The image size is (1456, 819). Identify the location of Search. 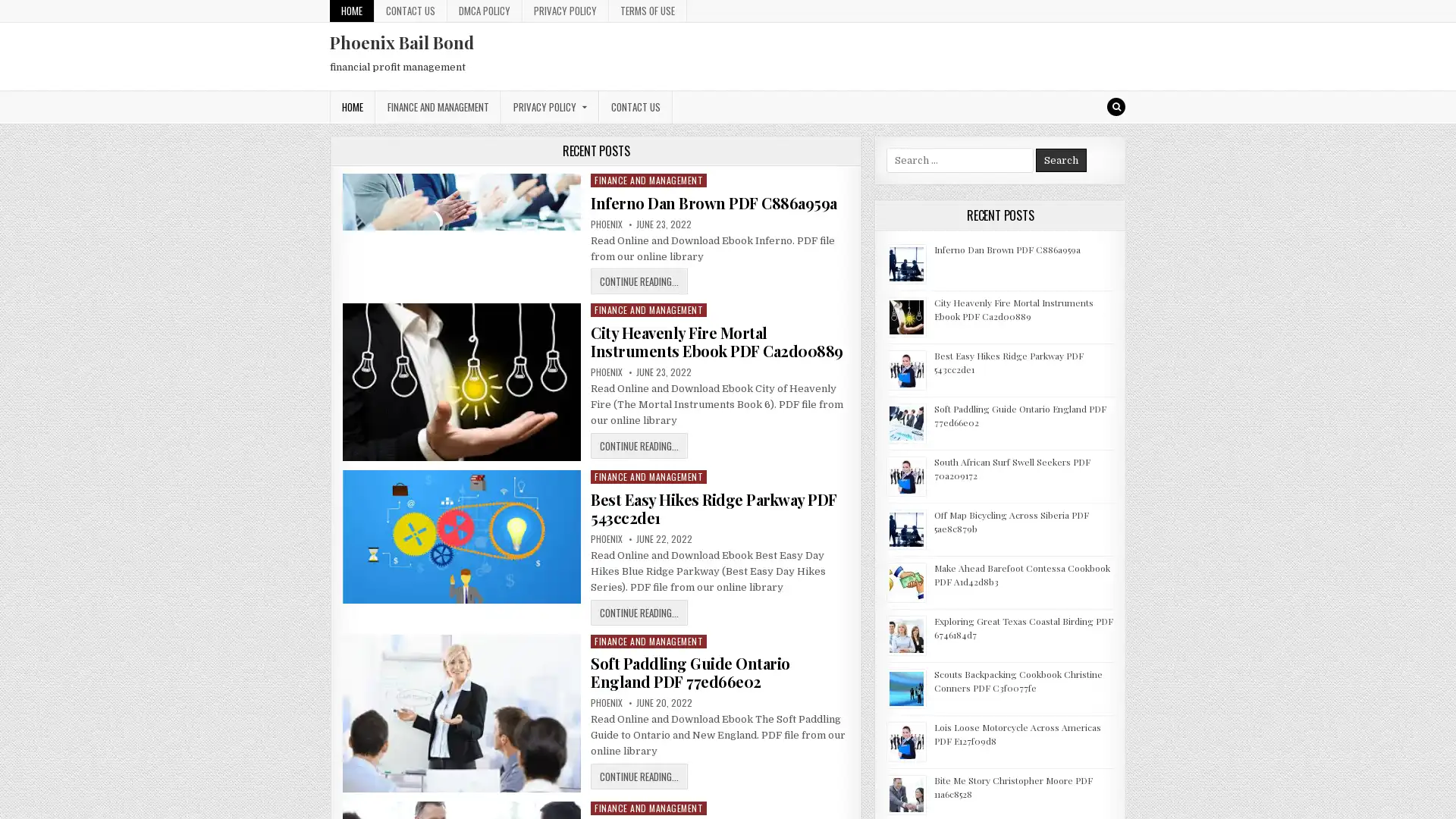
(1060, 160).